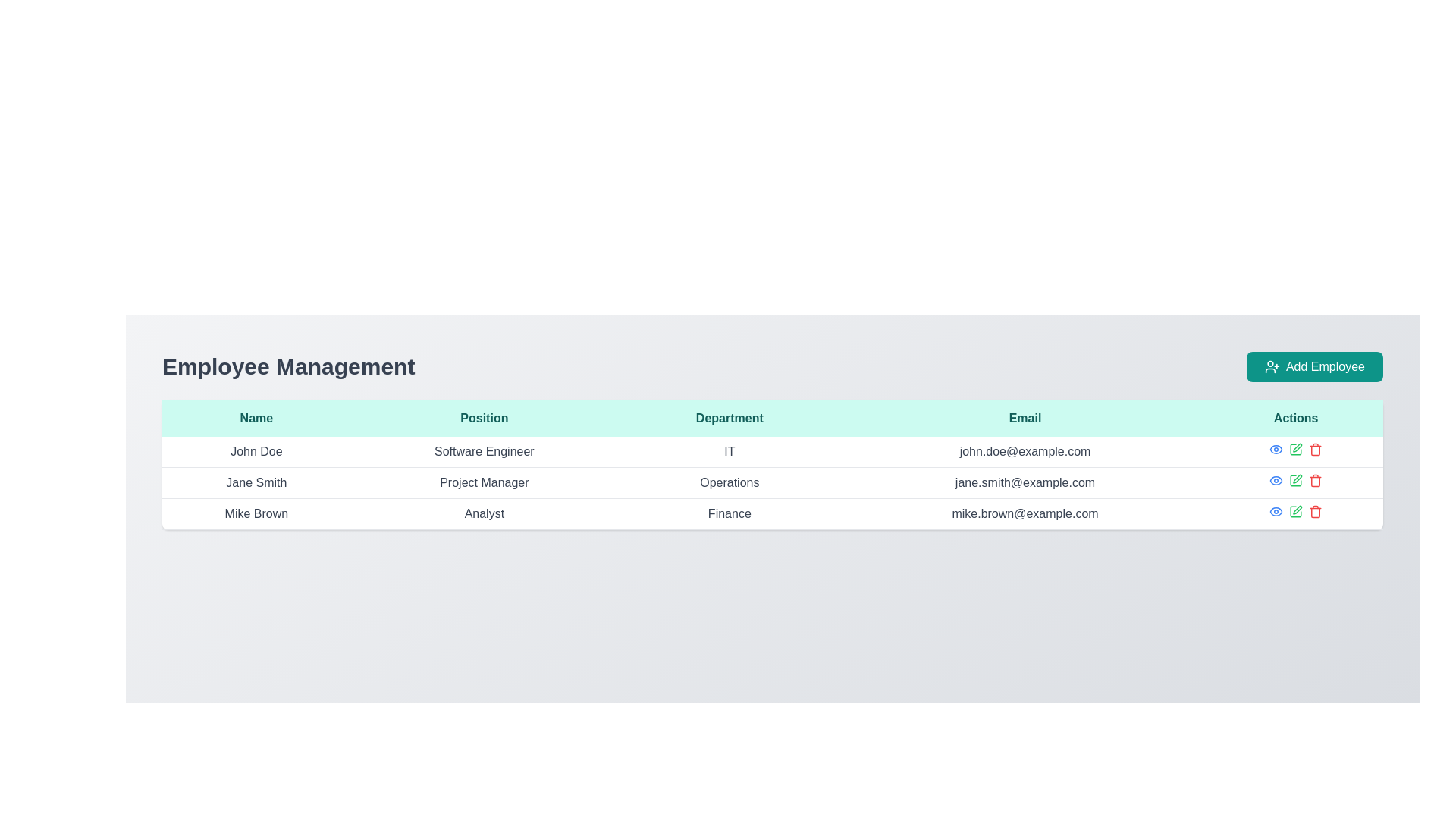 This screenshot has height=819, width=1456. Describe the element at coordinates (730, 451) in the screenshot. I see `text displayed in the 'Department' column for employee 'John Doe', which is 'IT'` at that location.